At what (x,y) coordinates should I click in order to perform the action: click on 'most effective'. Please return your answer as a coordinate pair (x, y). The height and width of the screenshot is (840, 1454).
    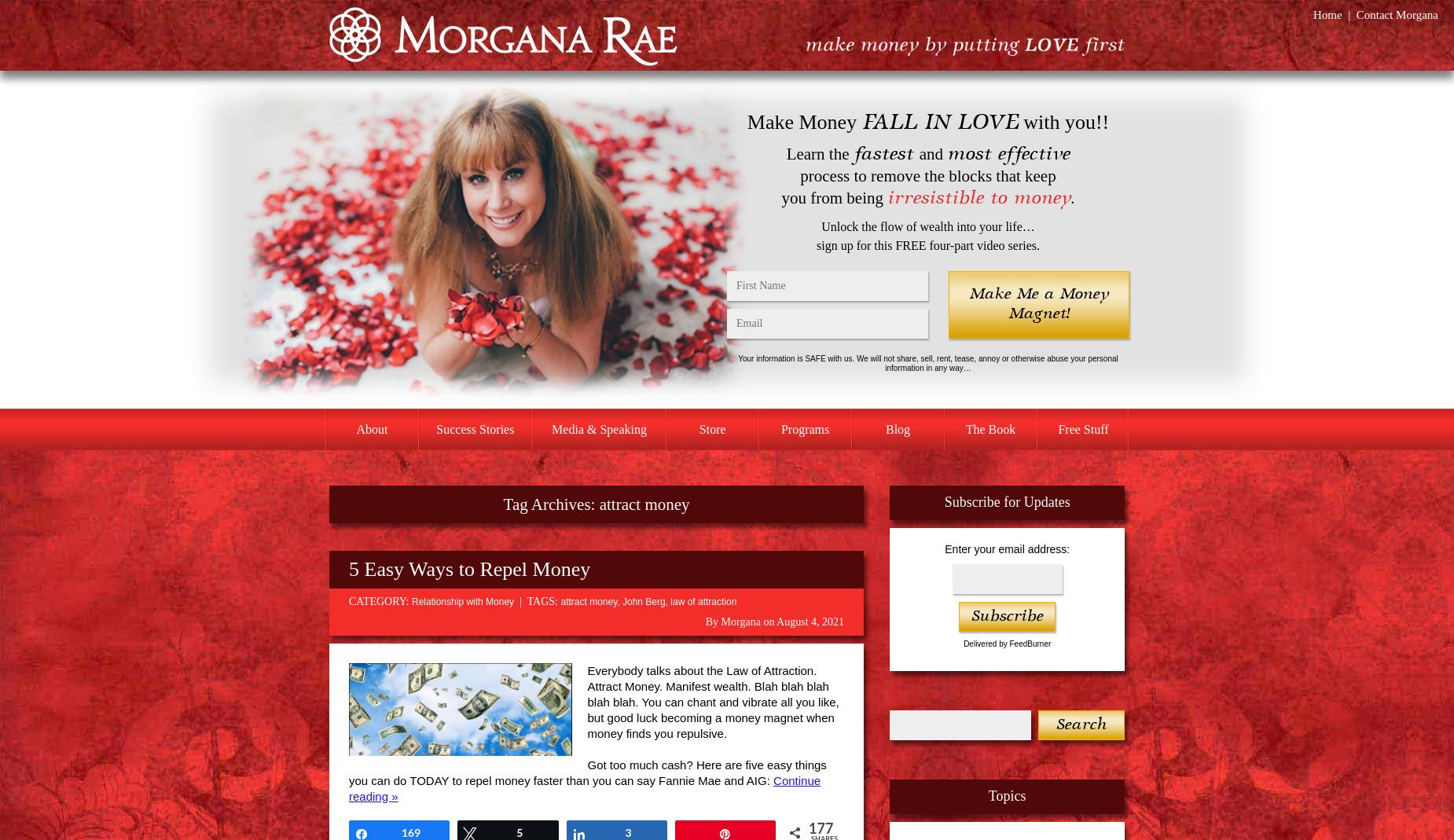
    Looking at the image, I should click on (946, 153).